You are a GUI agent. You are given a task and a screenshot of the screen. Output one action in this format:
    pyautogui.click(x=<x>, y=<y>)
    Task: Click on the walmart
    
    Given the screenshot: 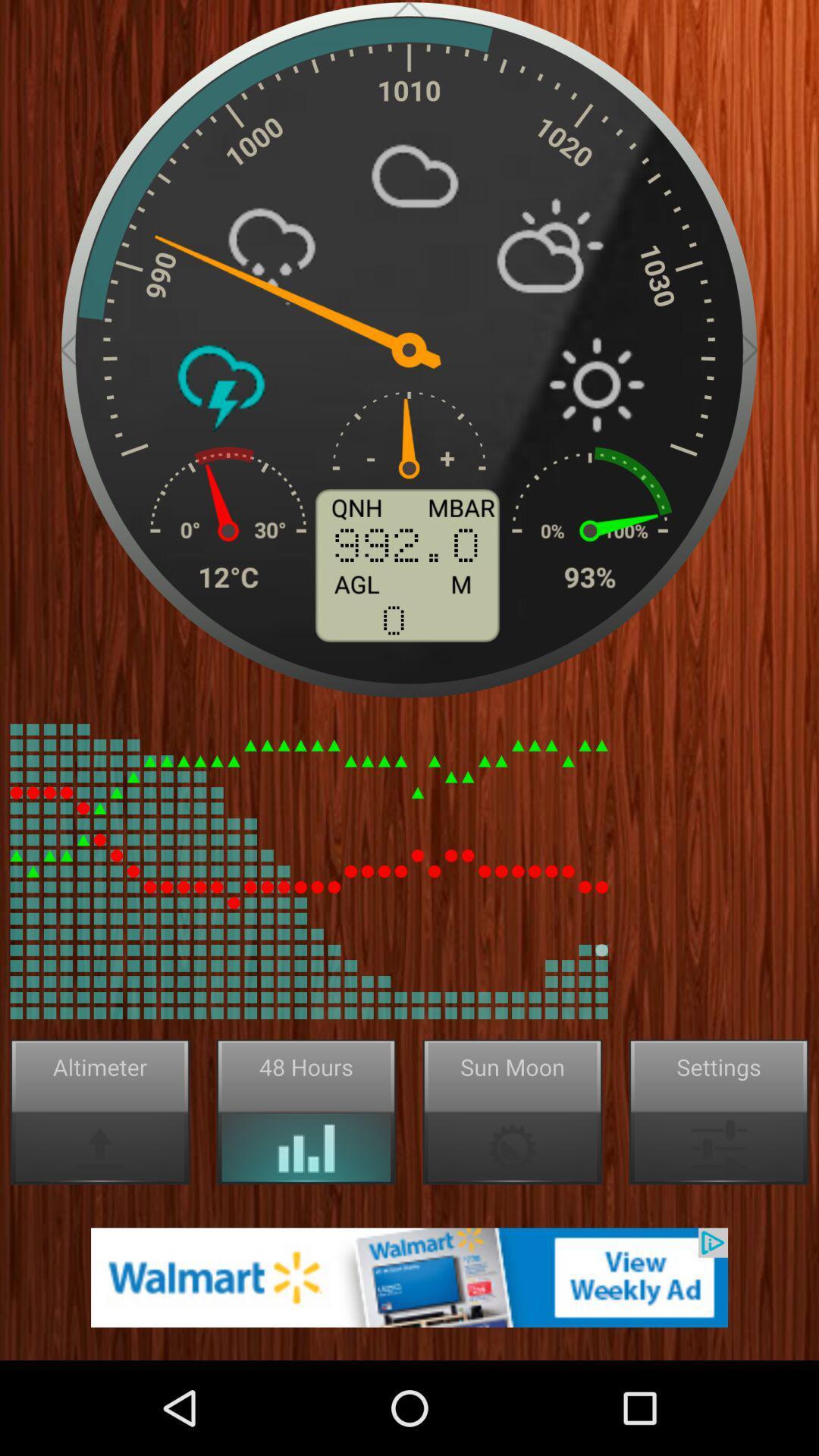 What is the action you would take?
    pyautogui.click(x=409, y=1276)
    